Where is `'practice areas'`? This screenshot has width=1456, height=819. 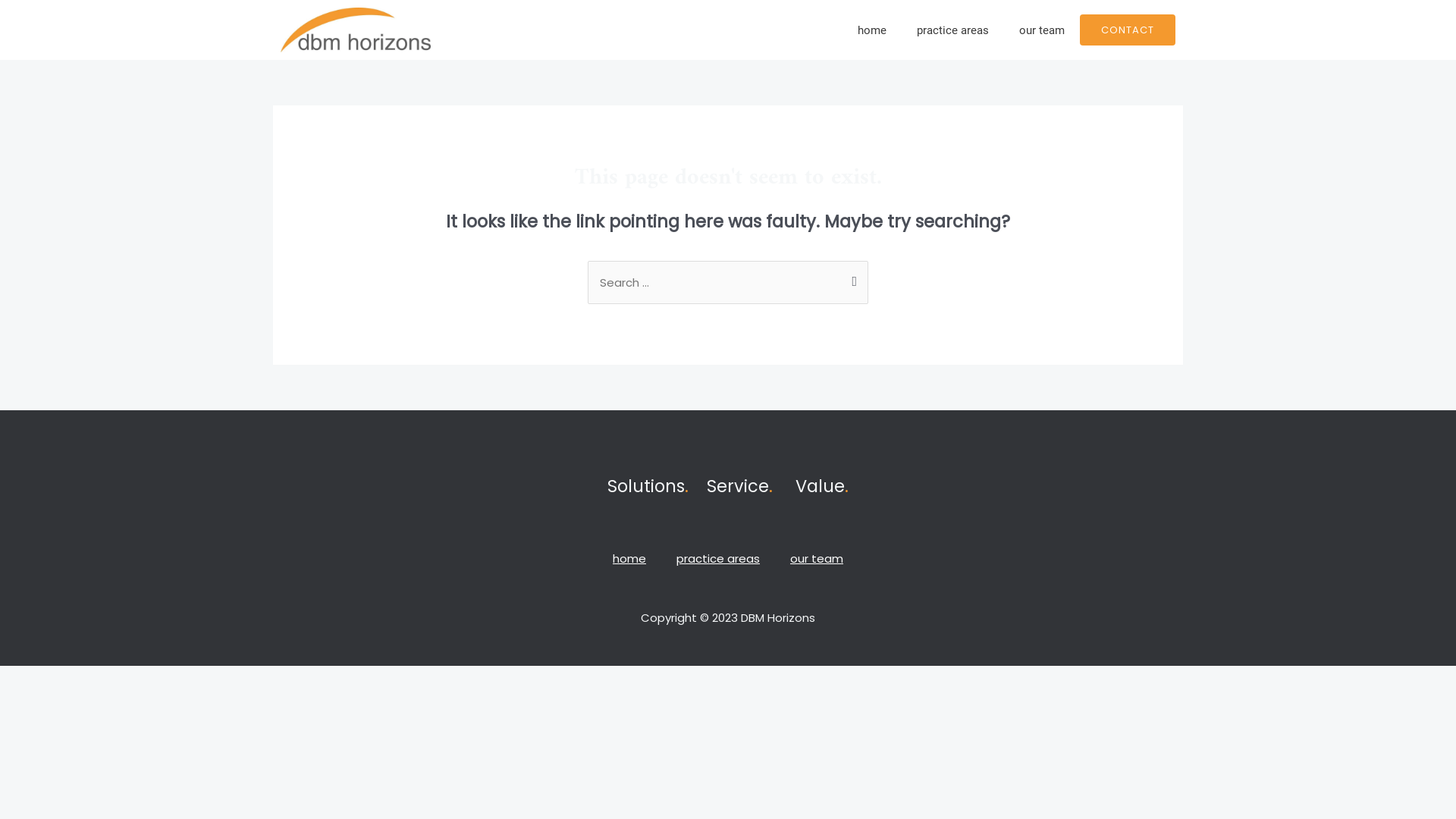
'practice areas' is located at coordinates (717, 558).